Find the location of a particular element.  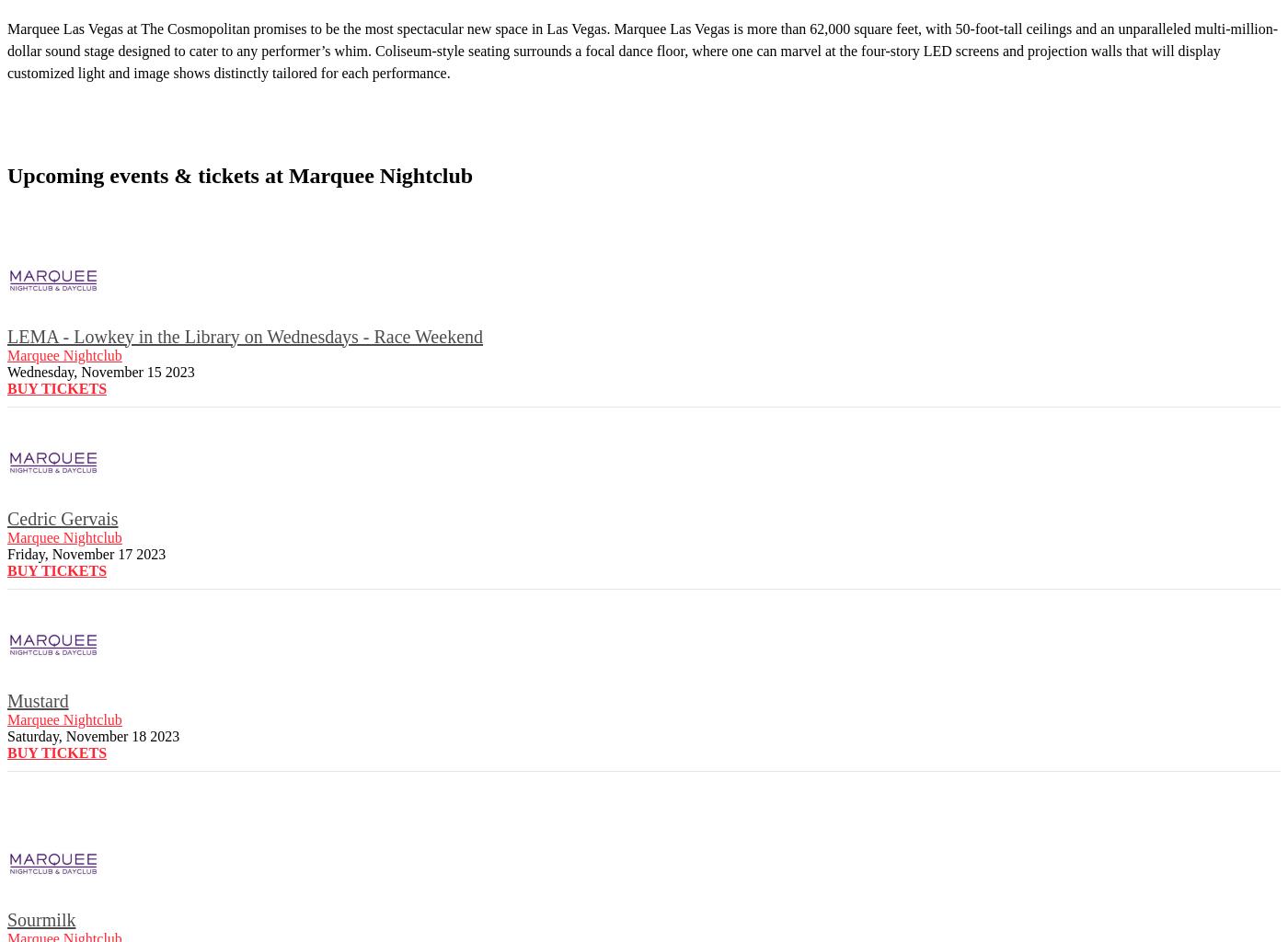

'LEMA - Lowkey in the Library on Wednesdays - Race Weekend' is located at coordinates (245, 335).